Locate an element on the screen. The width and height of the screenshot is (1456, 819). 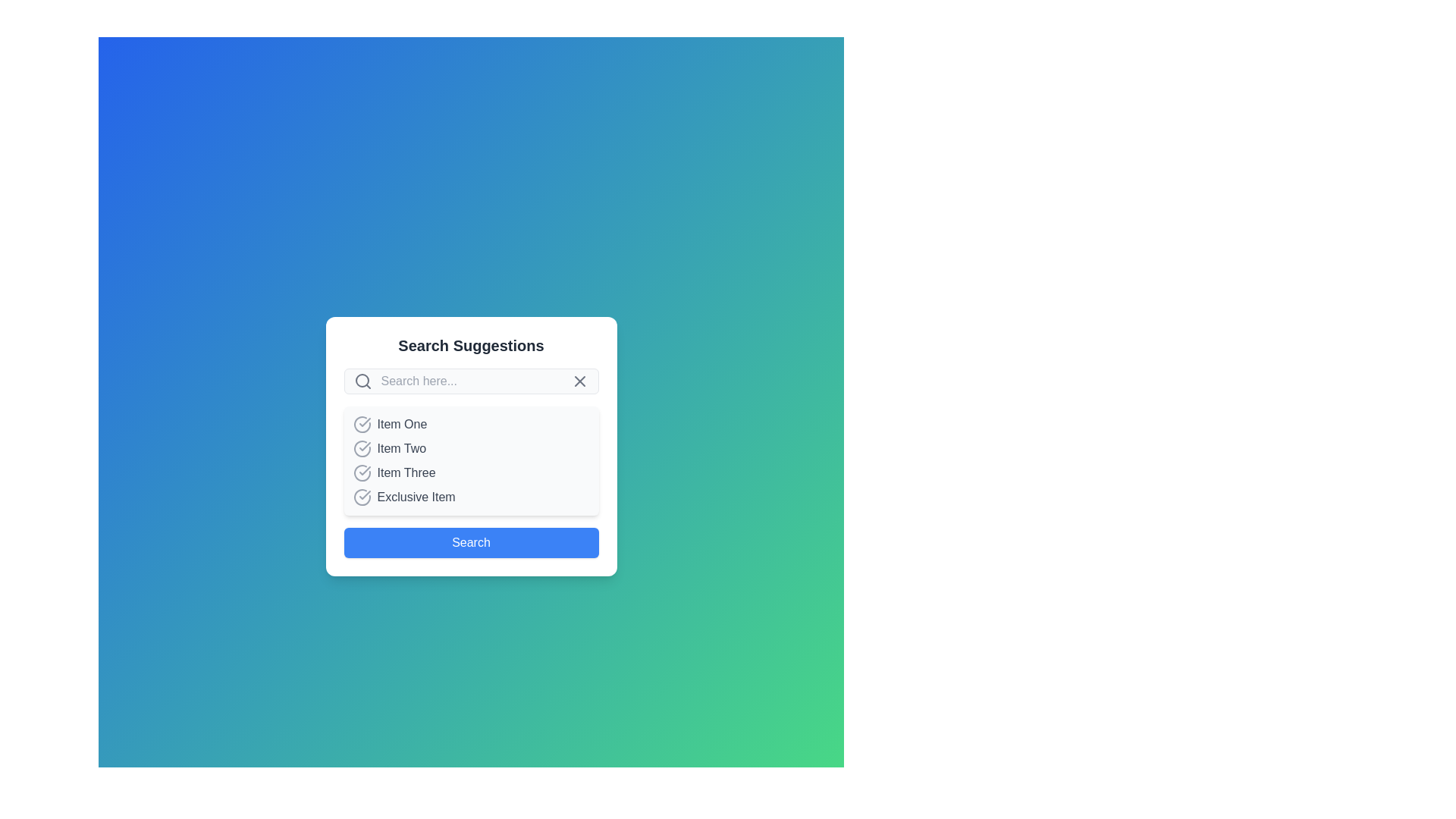
the checkmark icon, which is a gray outlined SVG checkmark indicating selection or confirmation, located to the left of 'Item Three' in a dropdown menu is located at coordinates (364, 470).